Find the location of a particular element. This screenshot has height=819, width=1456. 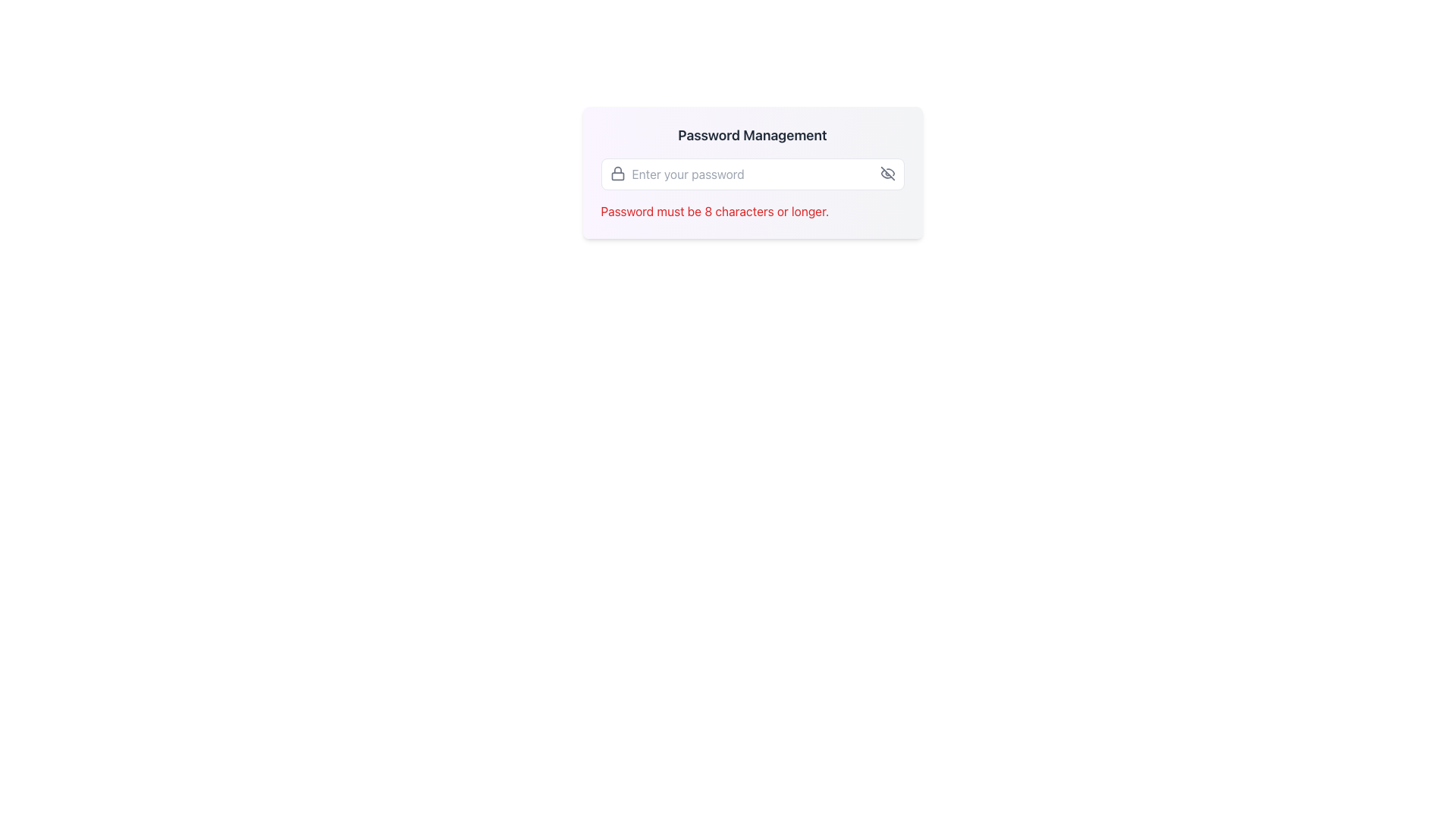

the visibility toggle button, which is a small eye icon with a strike-through located at the far right of the password input field is located at coordinates (887, 172).